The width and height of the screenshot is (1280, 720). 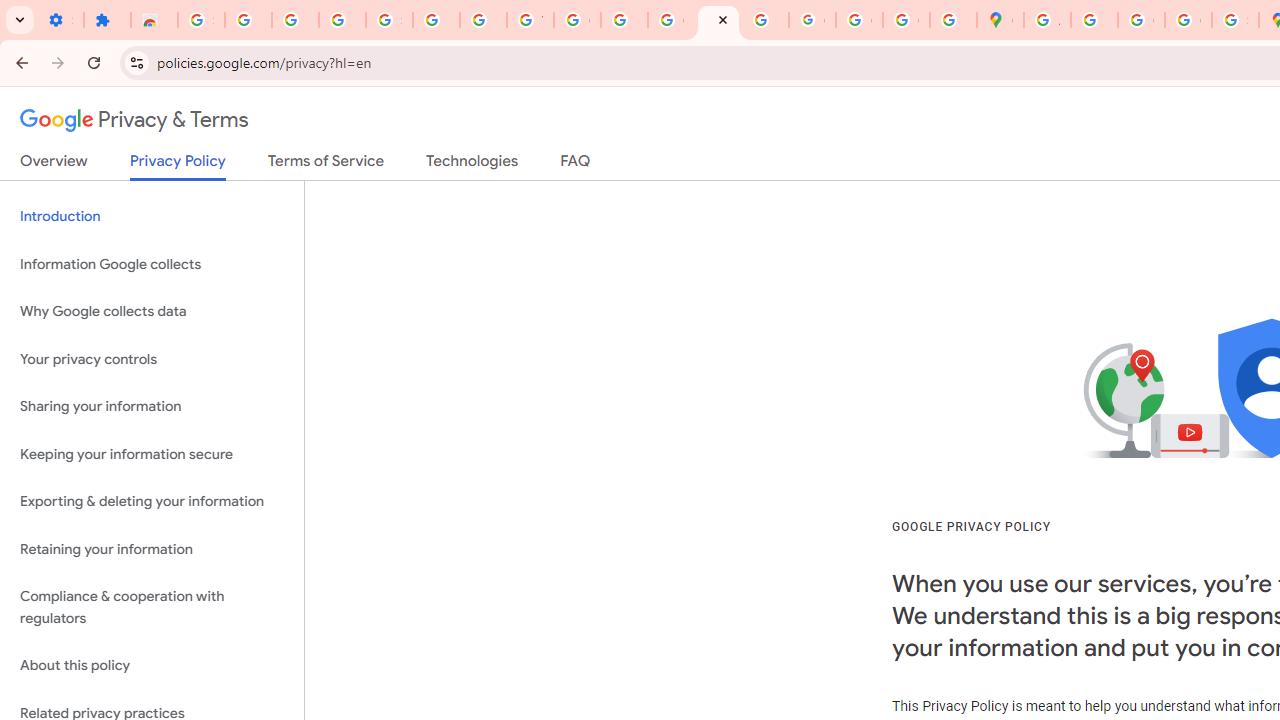 I want to click on 'Exporting & deleting your information', so click(x=151, y=501).